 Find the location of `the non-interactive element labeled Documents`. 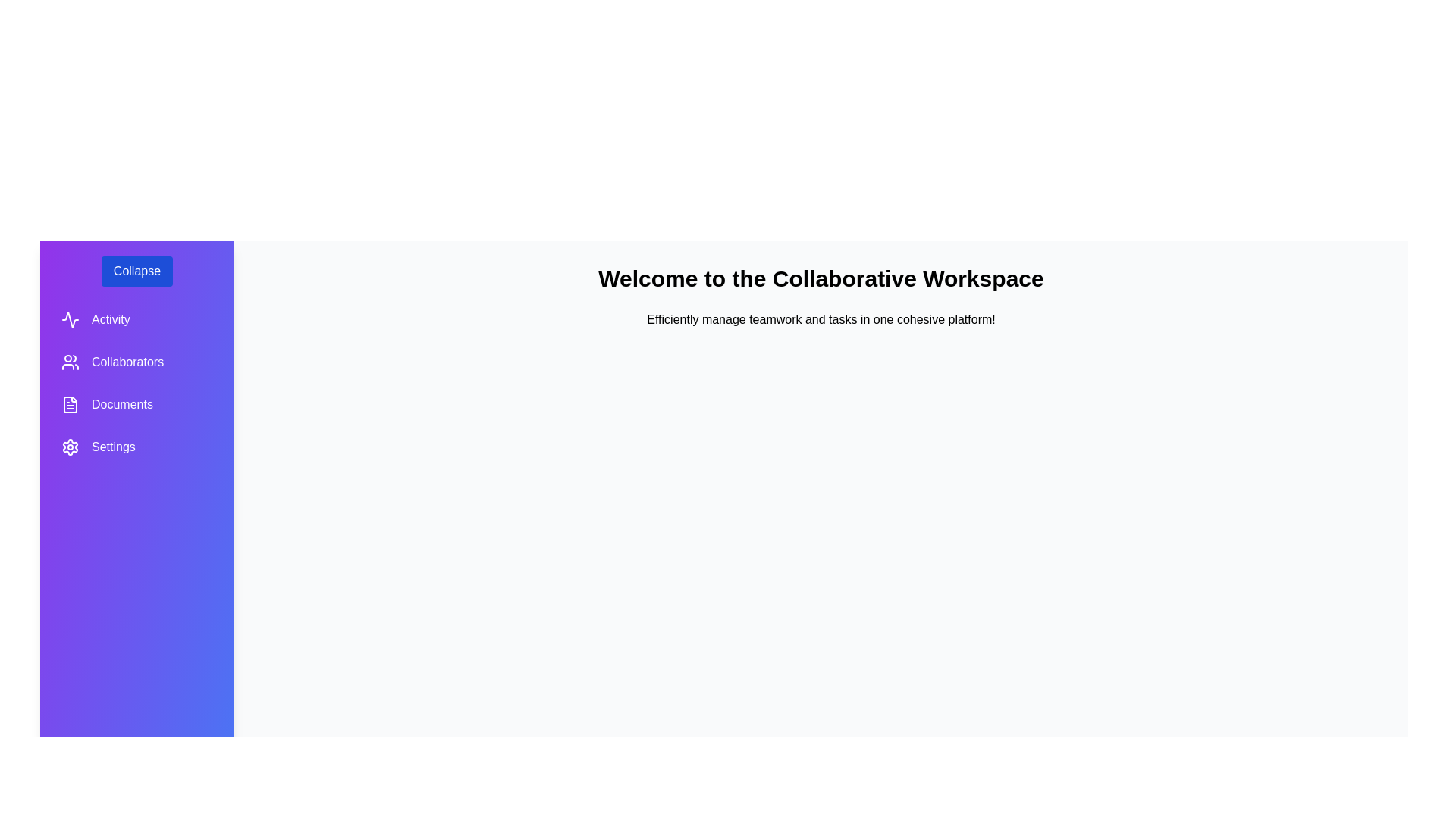

the non-interactive element labeled Documents is located at coordinates (137, 403).